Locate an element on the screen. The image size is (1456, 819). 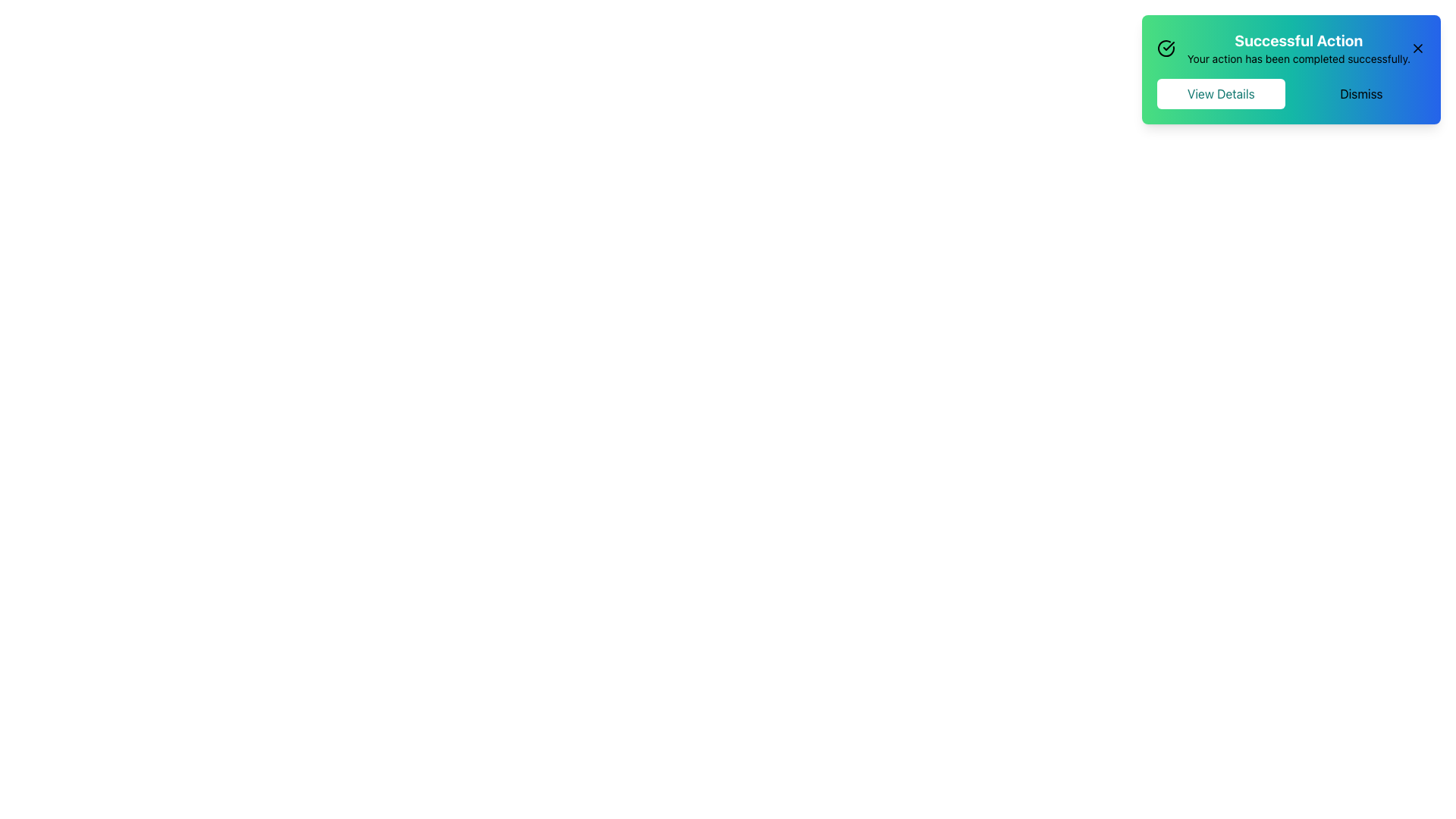
success message displayed in the Text Display located at the top right corner of the content area, below the check icon and next to the close button is located at coordinates (1290, 48).